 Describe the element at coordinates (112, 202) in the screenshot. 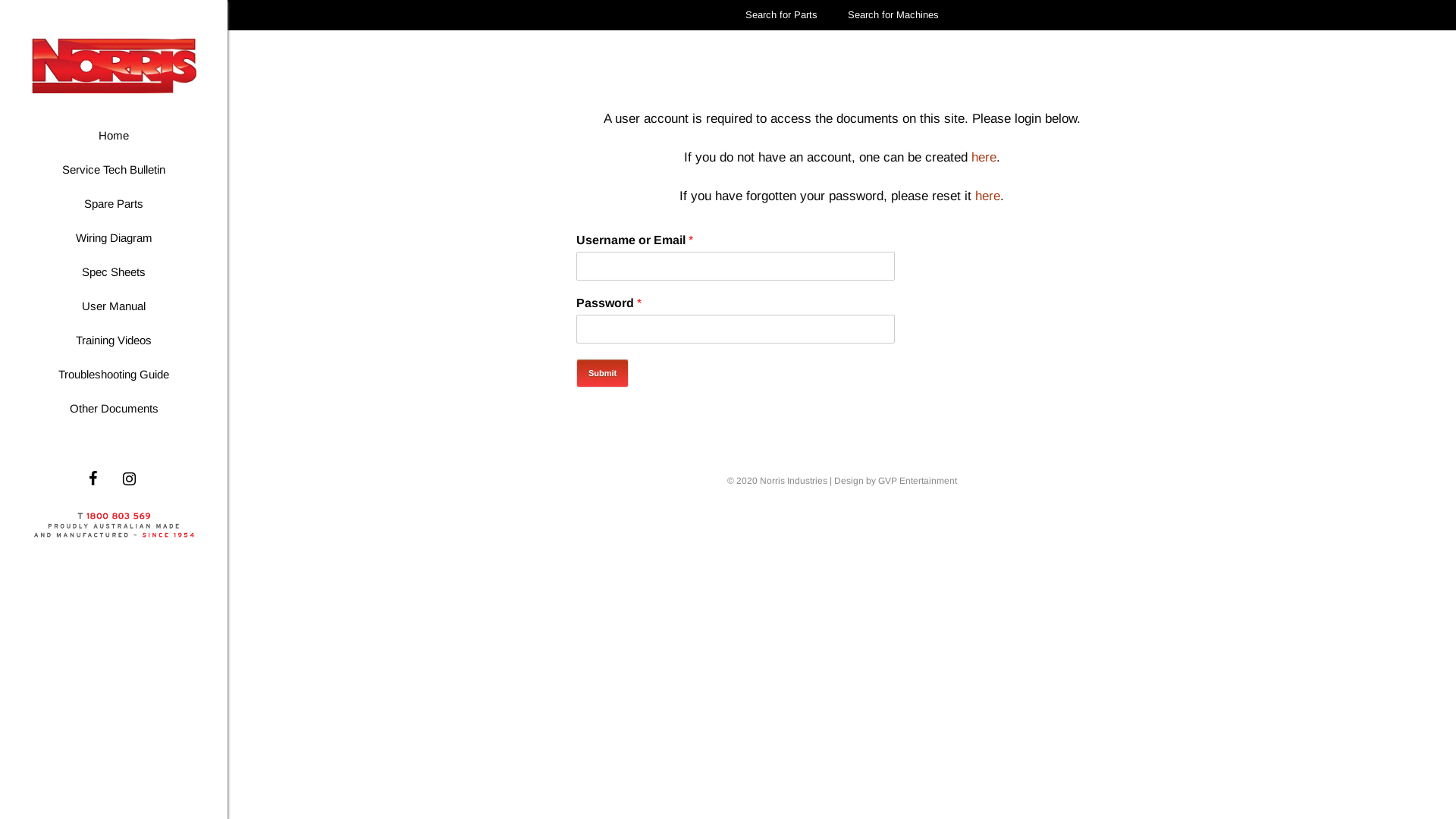

I see `'Spare Parts'` at that location.